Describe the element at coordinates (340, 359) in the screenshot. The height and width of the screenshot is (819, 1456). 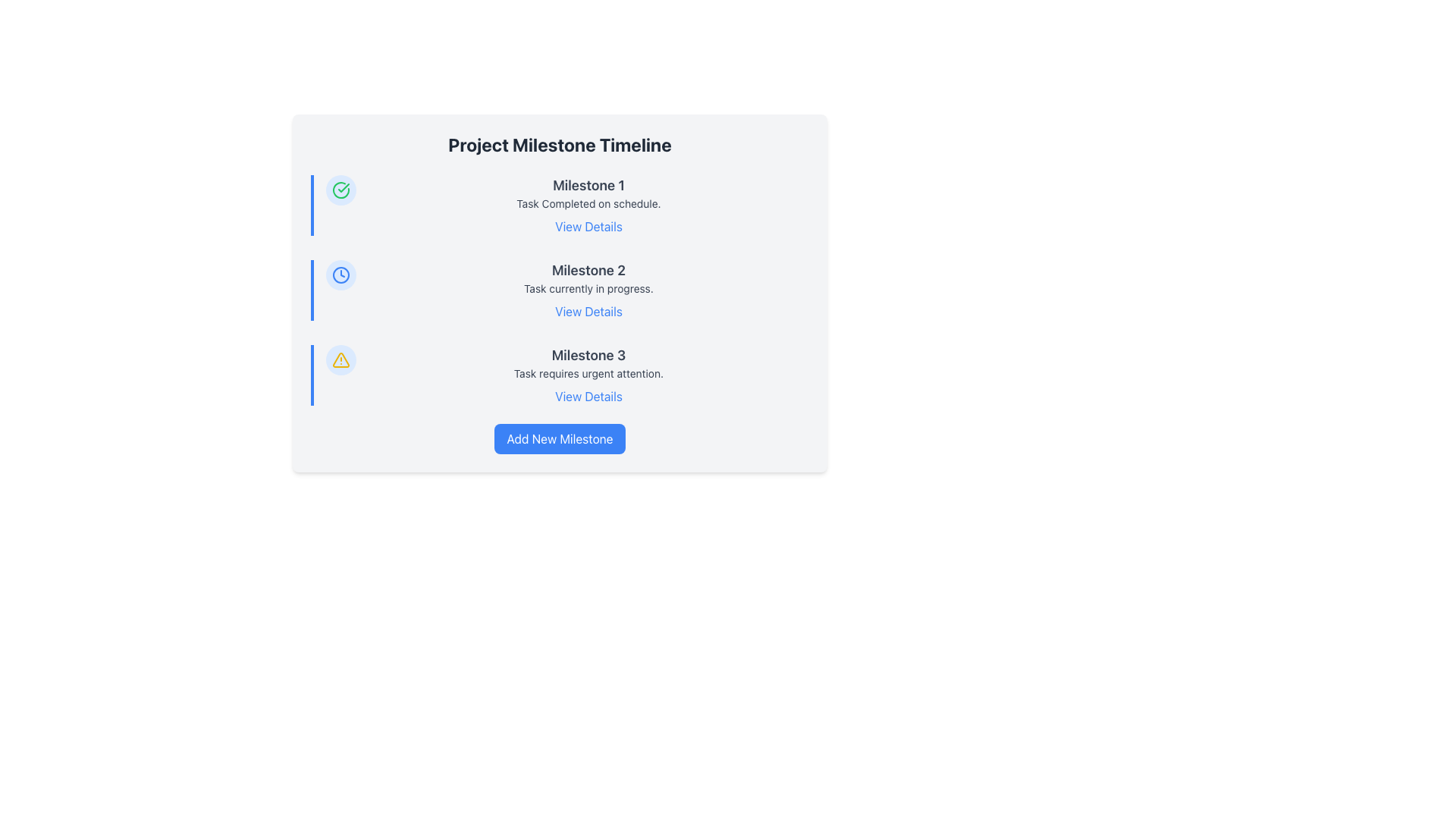
I see `the milestone status icon that indicates urgent attention is required for 'Milestone 3', located in the vertical sequence of icons on the left side of the 'Project Milestone Timeline'` at that location.